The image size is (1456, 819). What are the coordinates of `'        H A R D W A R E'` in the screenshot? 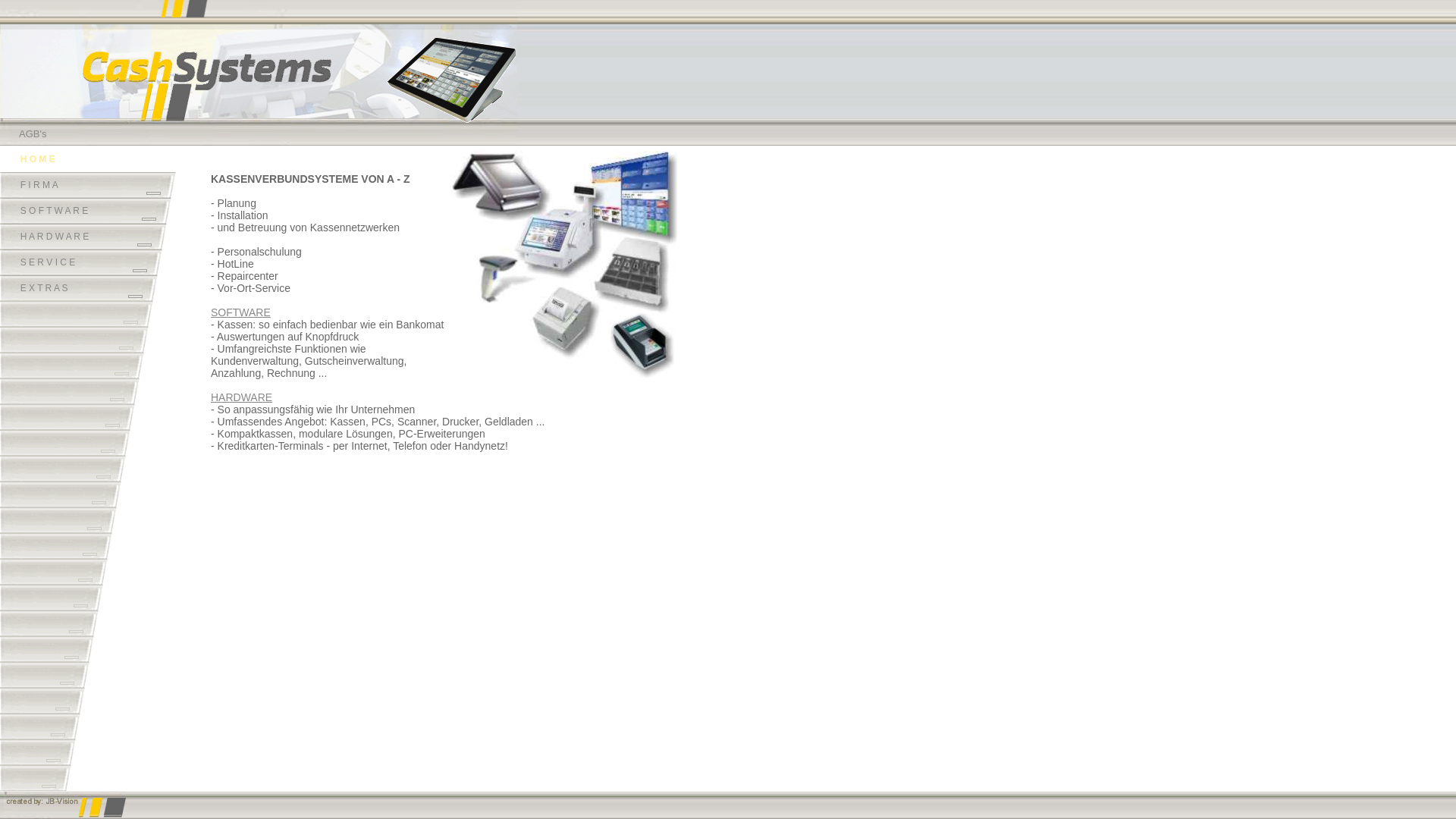 It's located at (83, 237).